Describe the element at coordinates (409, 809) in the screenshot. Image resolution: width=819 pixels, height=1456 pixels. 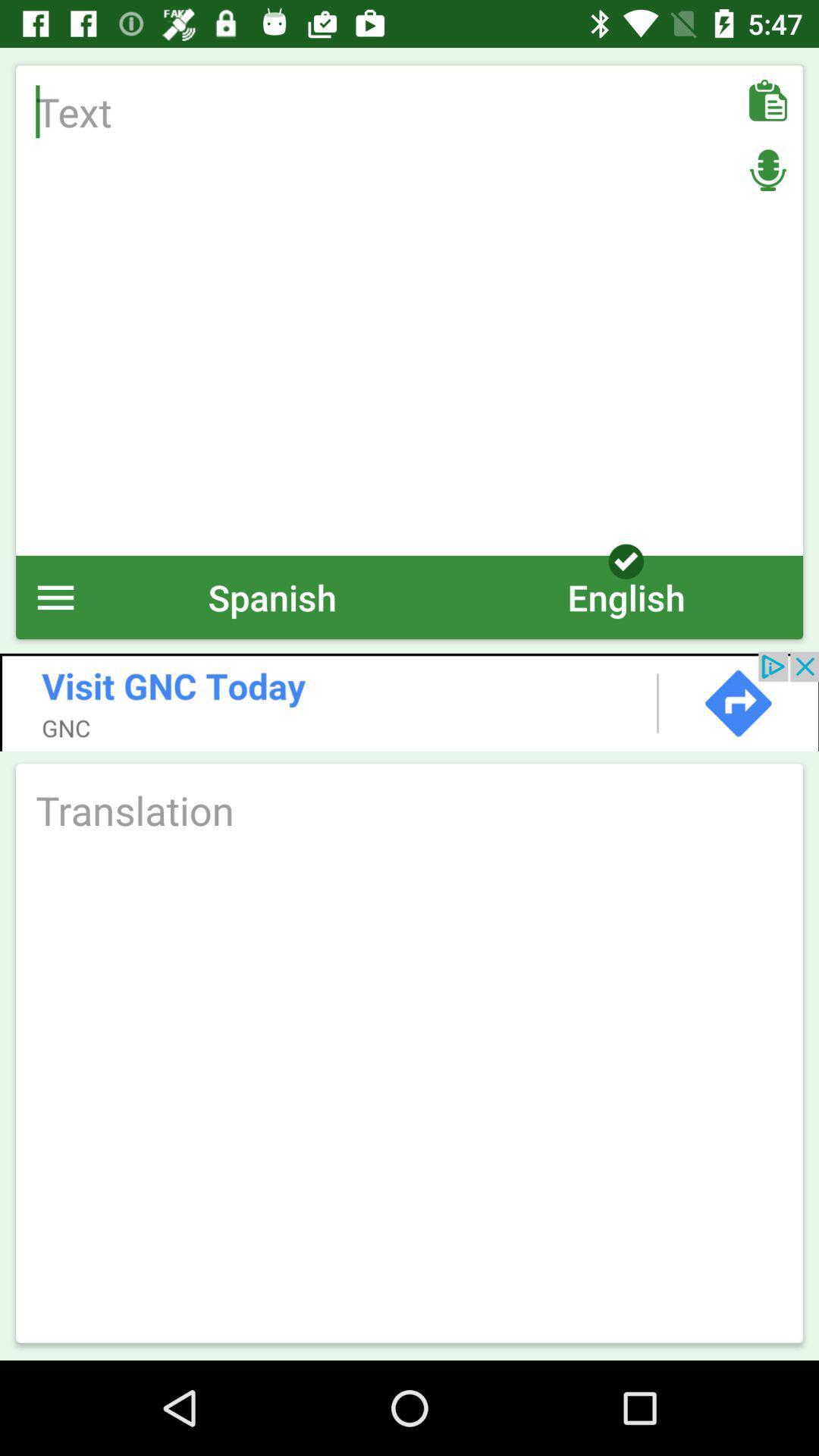
I see `translate` at that location.